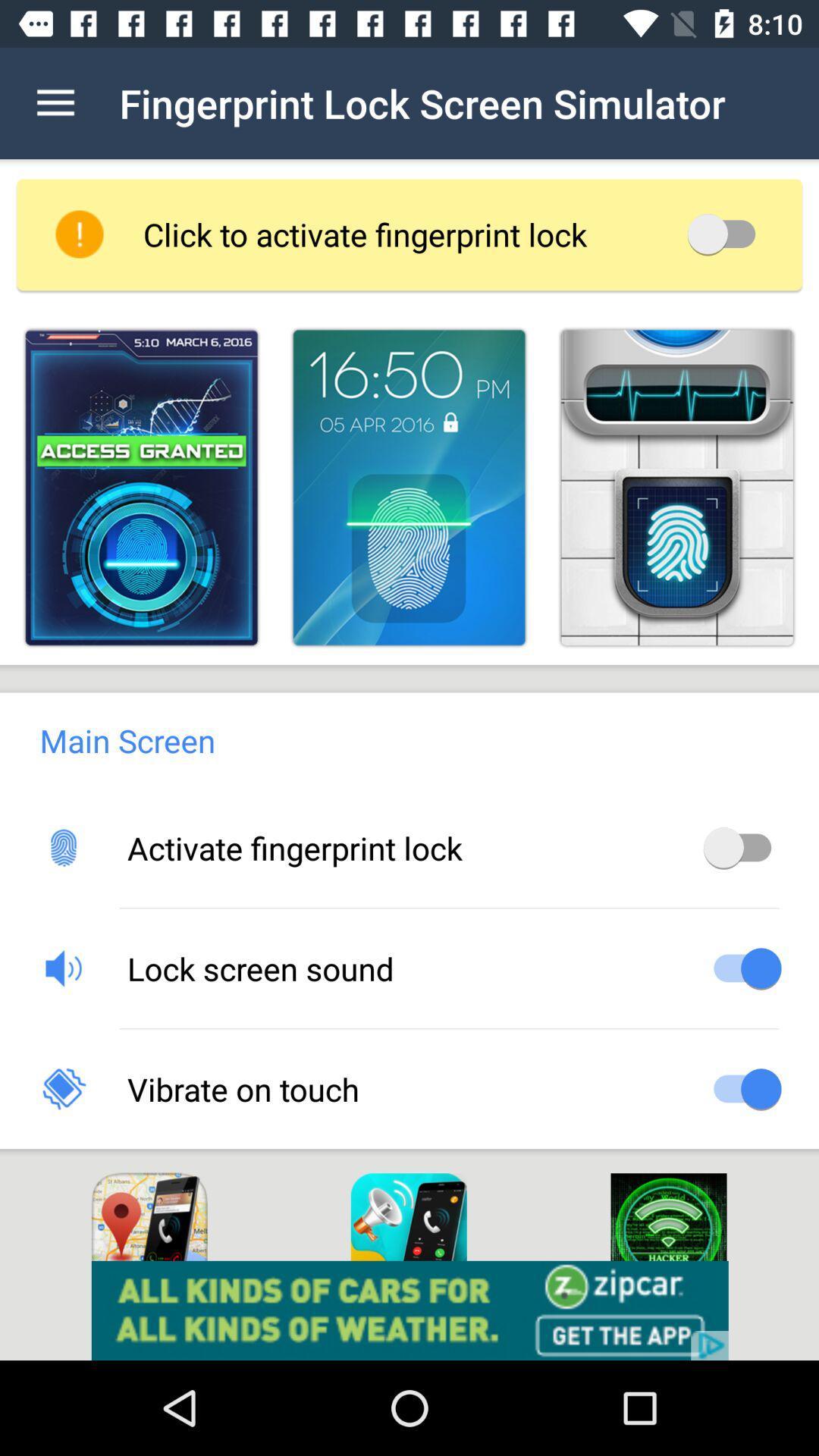 This screenshot has width=819, height=1456. What do you see at coordinates (742, 846) in the screenshot?
I see `enable fingerprint lock` at bounding box center [742, 846].